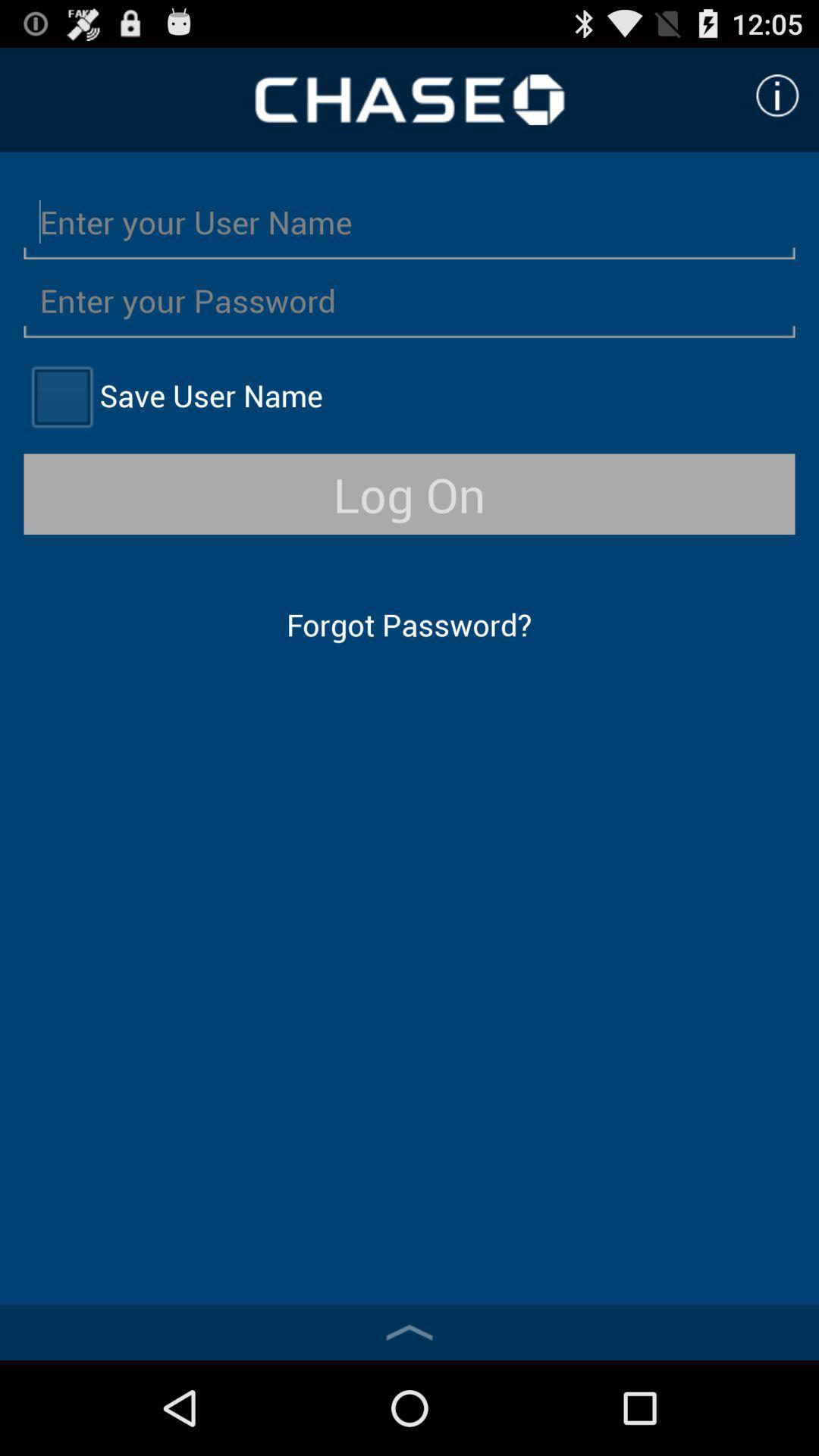  Describe the element at coordinates (61, 396) in the screenshot. I see `user name` at that location.